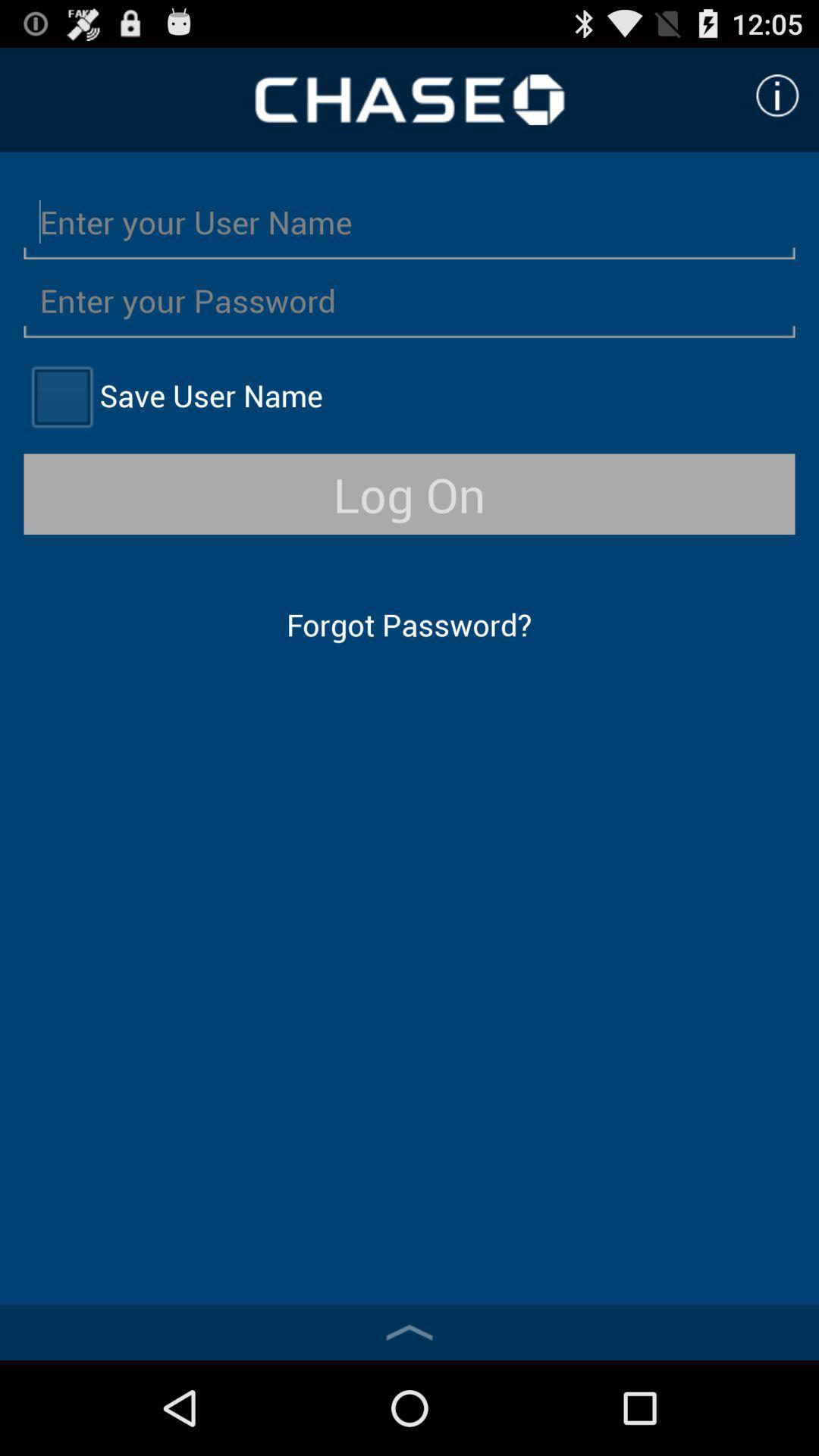  Describe the element at coordinates (61, 396) in the screenshot. I see `user name` at that location.